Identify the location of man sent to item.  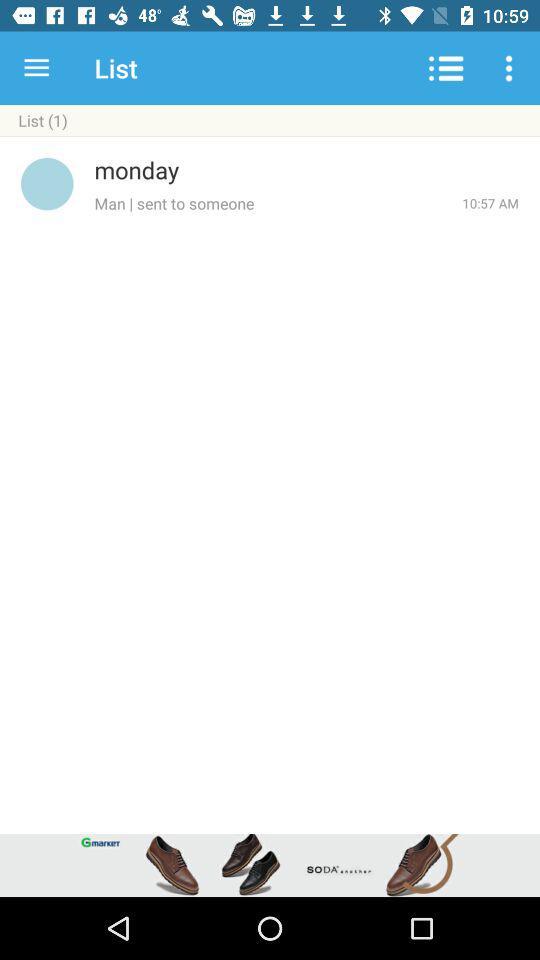
(277, 203).